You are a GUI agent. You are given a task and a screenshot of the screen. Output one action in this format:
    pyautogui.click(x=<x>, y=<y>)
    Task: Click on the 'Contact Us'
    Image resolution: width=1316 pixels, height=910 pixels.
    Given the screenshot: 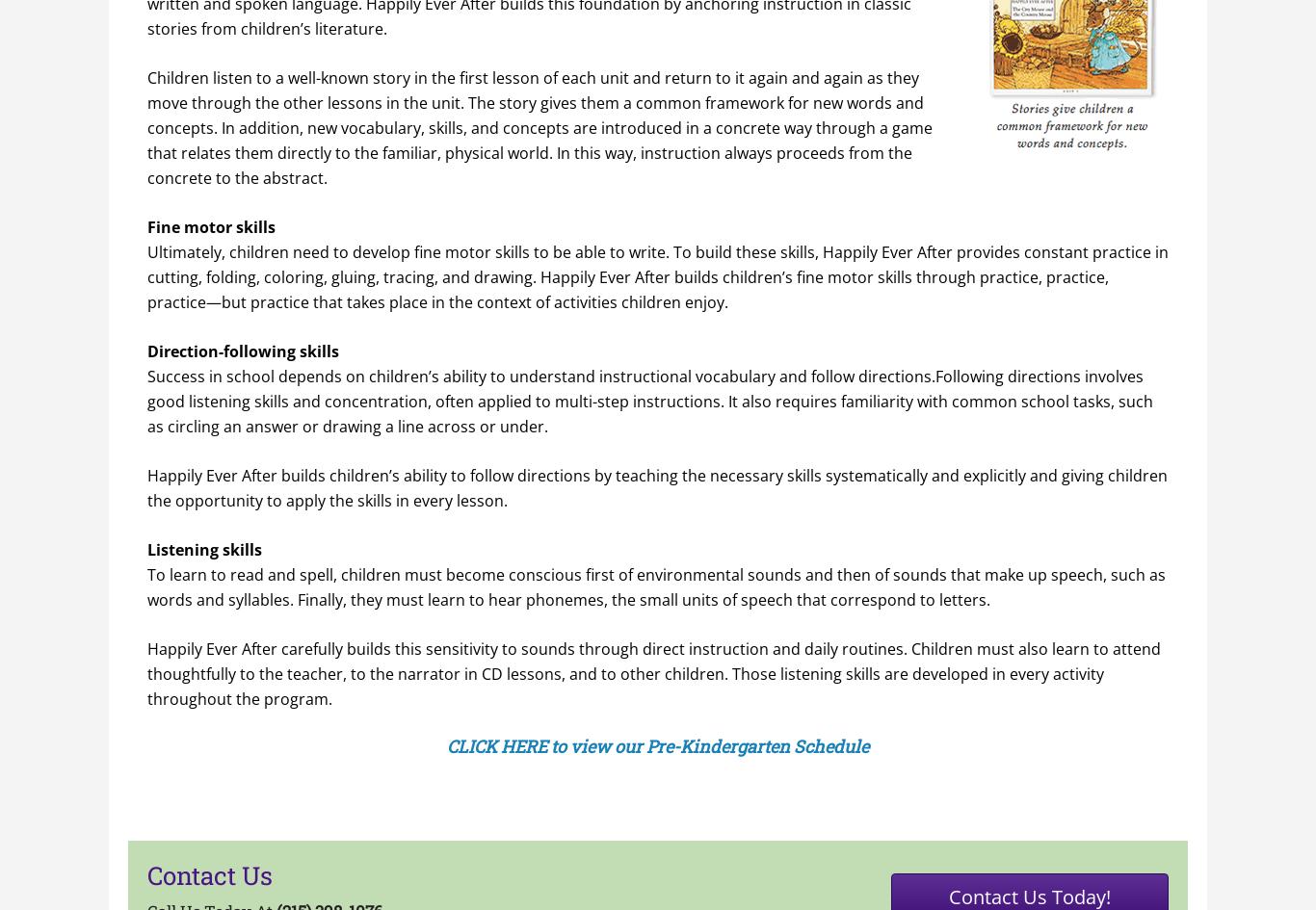 What is the action you would take?
    pyautogui.click(x=209, y=873)
    